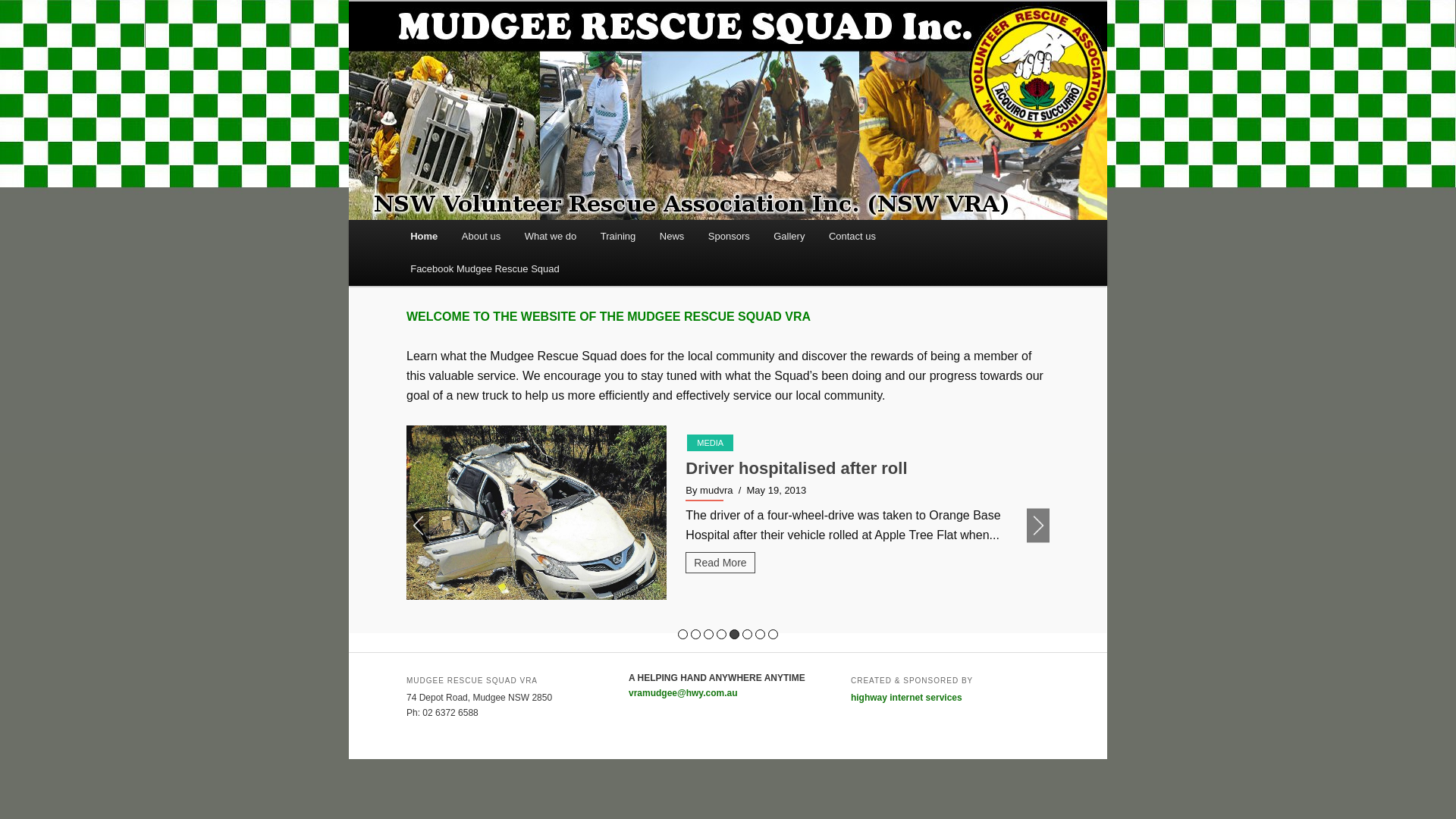 Image resolution: width=1456 pixels, height=819 pixels. What do you see at coordinates (549, 236) in the screenshot?
I see `'What we do'` at bounding box center [549, 236].